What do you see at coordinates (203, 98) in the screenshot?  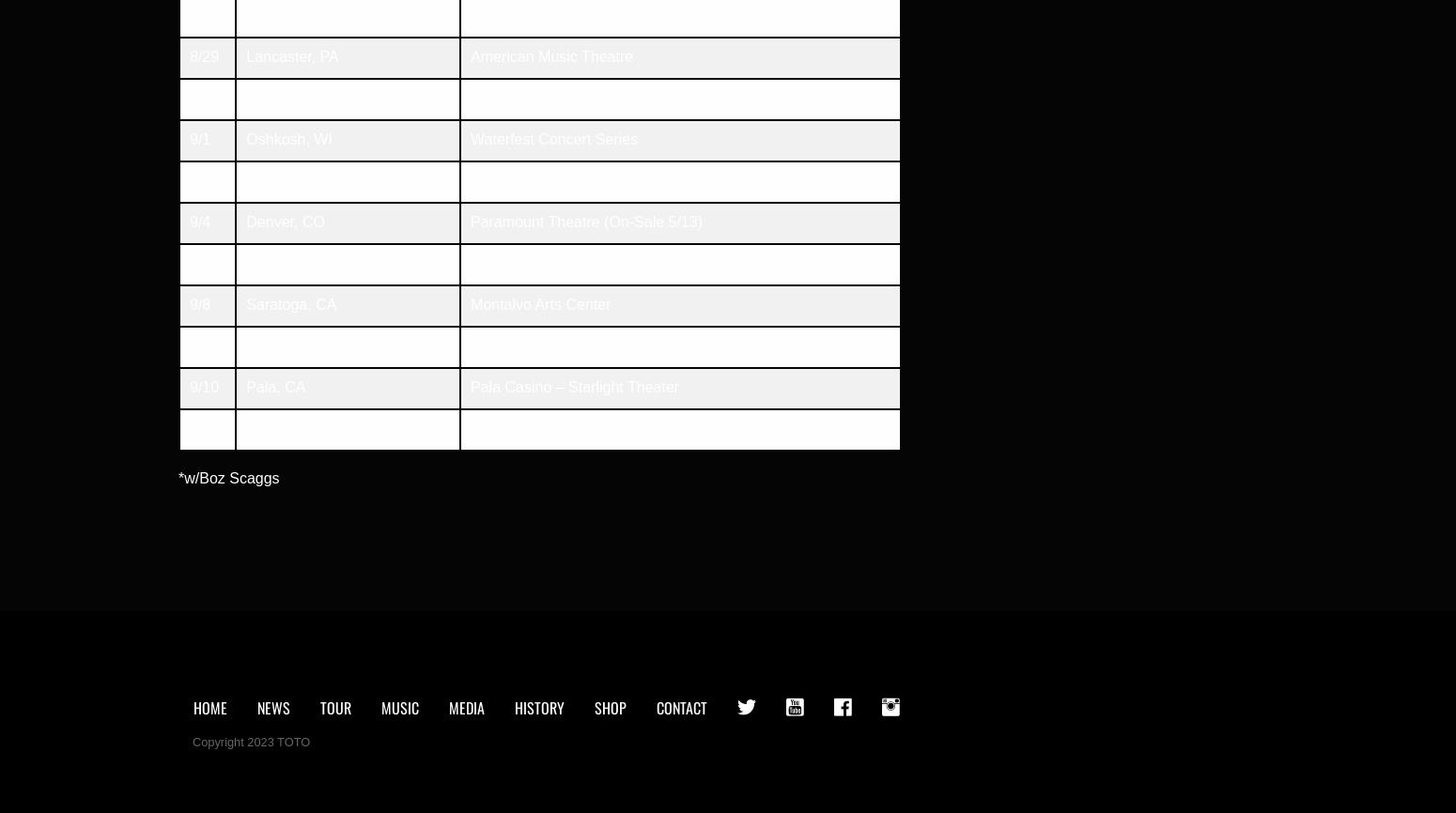 I see `'8/31'` at bounding box center [203, 98].